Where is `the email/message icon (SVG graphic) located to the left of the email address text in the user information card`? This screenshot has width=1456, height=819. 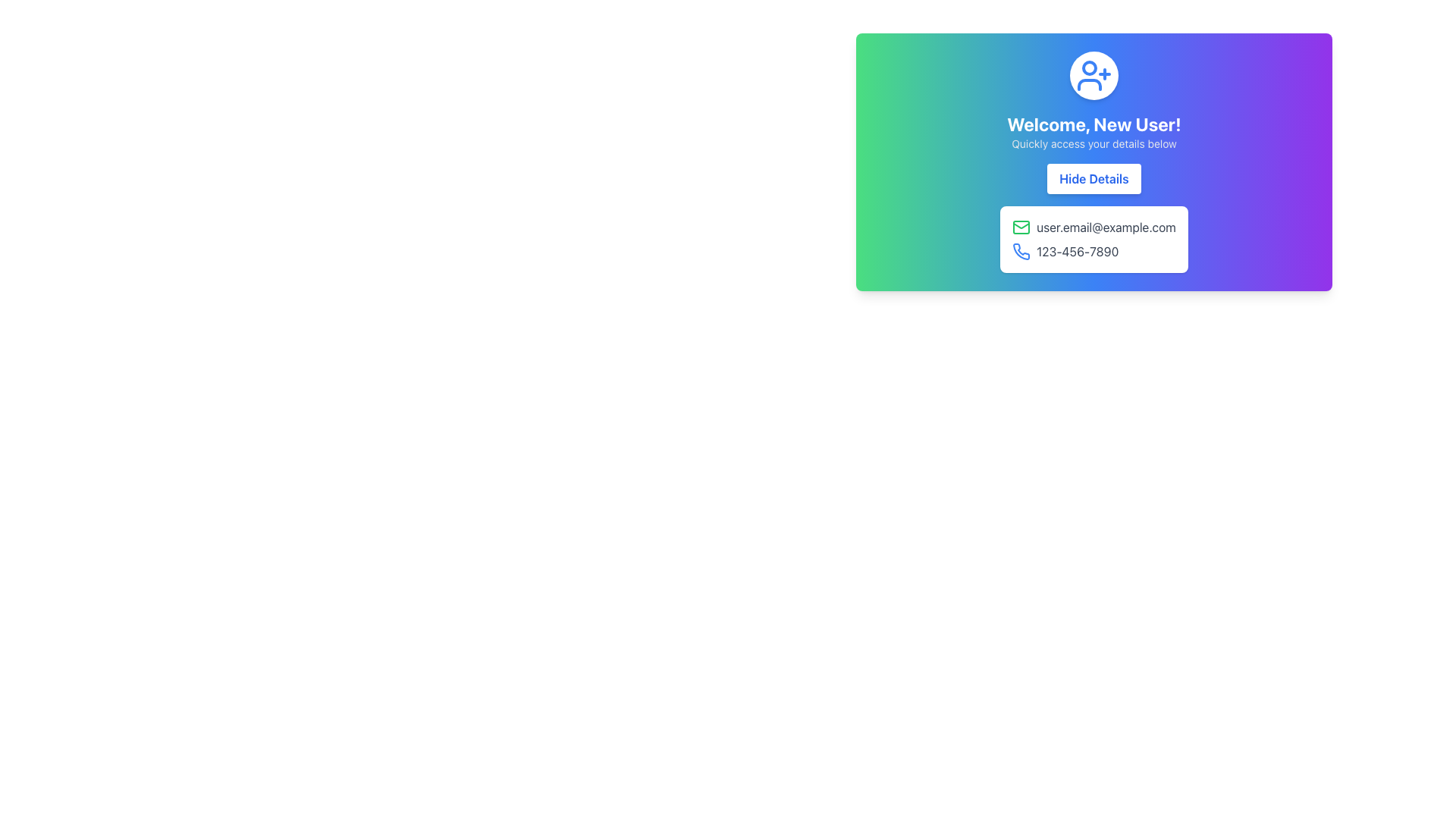 the email/message icon (SVG graphic) located to the left of the email address text in the user information card is located at coordinates (1021, 227).